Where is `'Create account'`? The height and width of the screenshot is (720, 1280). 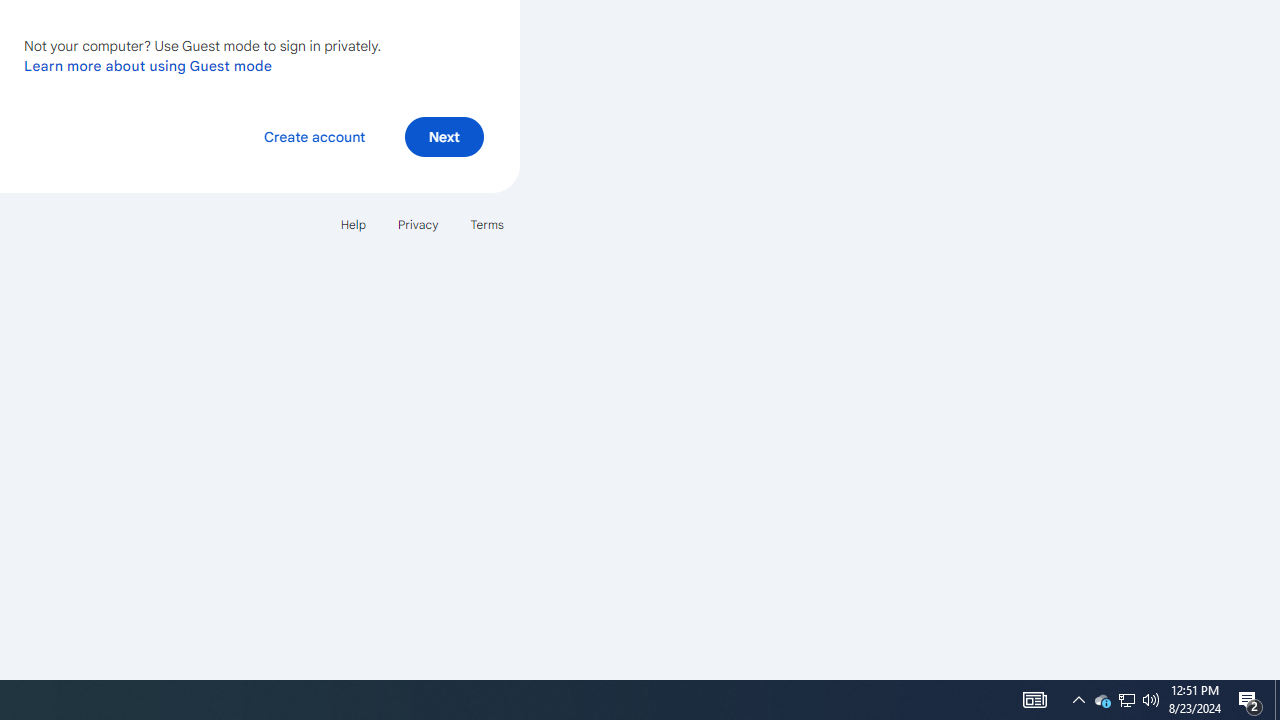 'Create account' is located at coordinates (313, 135).